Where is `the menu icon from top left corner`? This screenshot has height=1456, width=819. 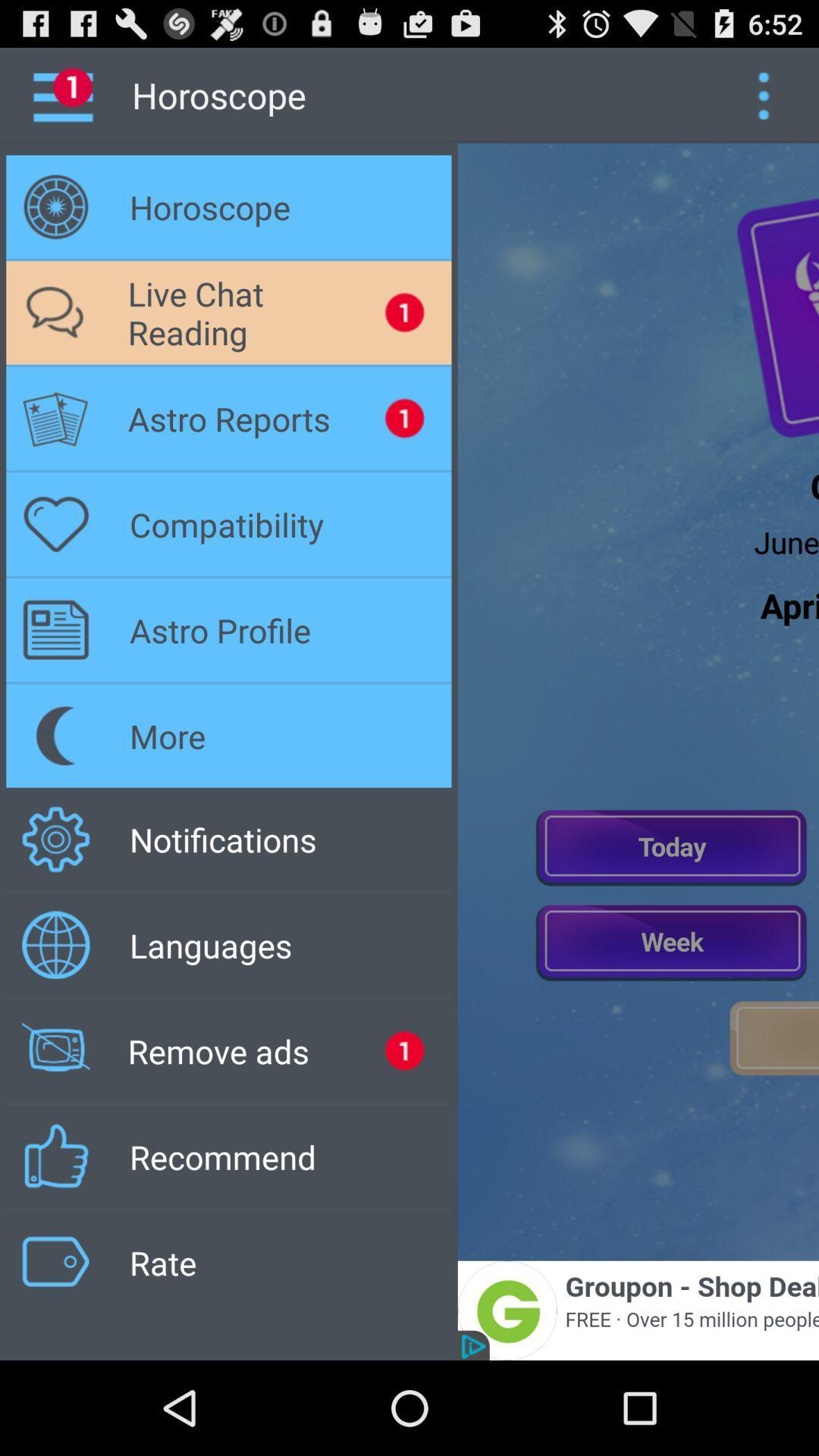 the menu icon from top left corner is located at coordinates (74, 94).